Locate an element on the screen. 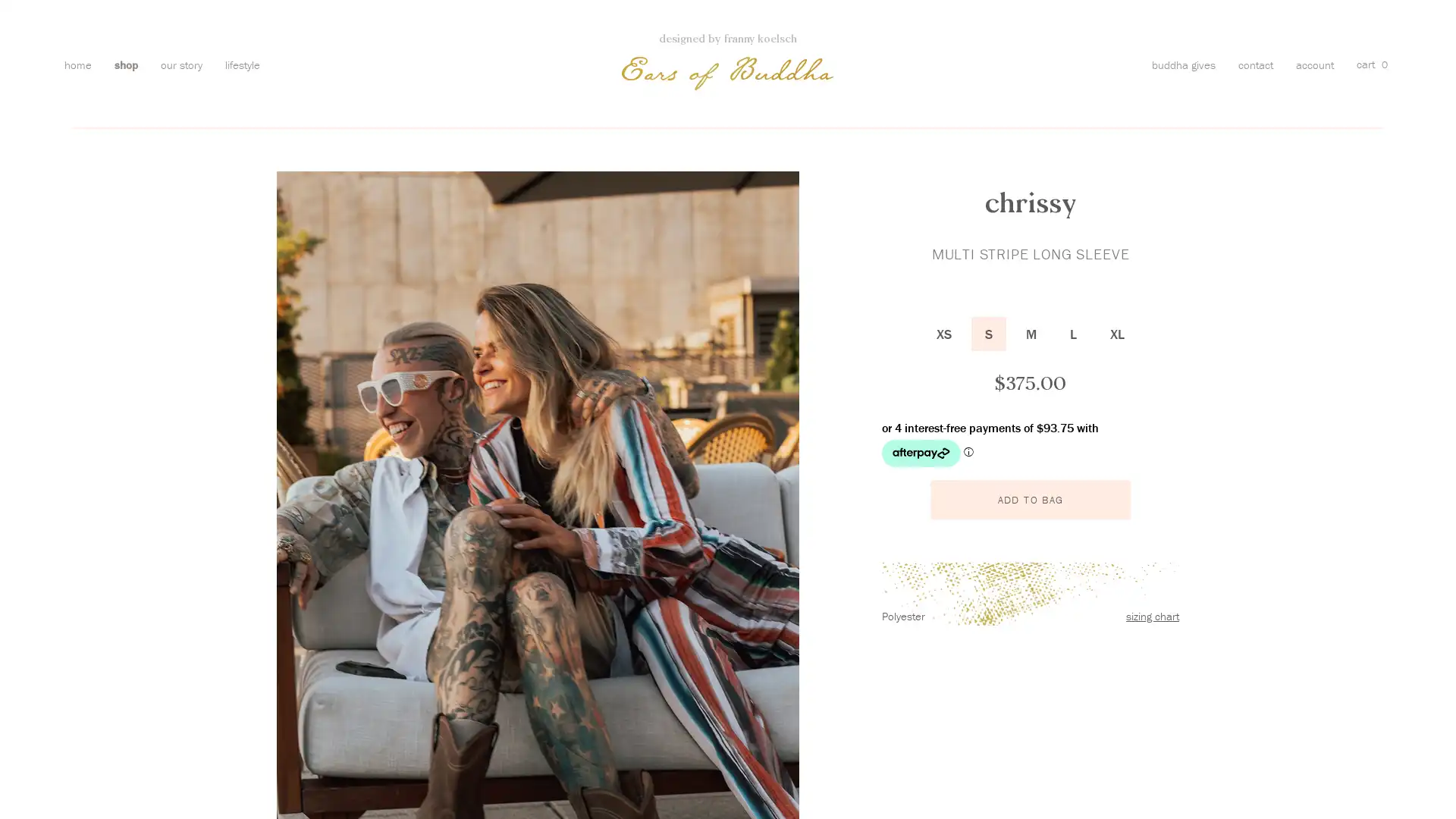 The height and width of the screenshot is (819, 1456). Afterpay logo - Opens a dialog is located at coordinates (920, 455).